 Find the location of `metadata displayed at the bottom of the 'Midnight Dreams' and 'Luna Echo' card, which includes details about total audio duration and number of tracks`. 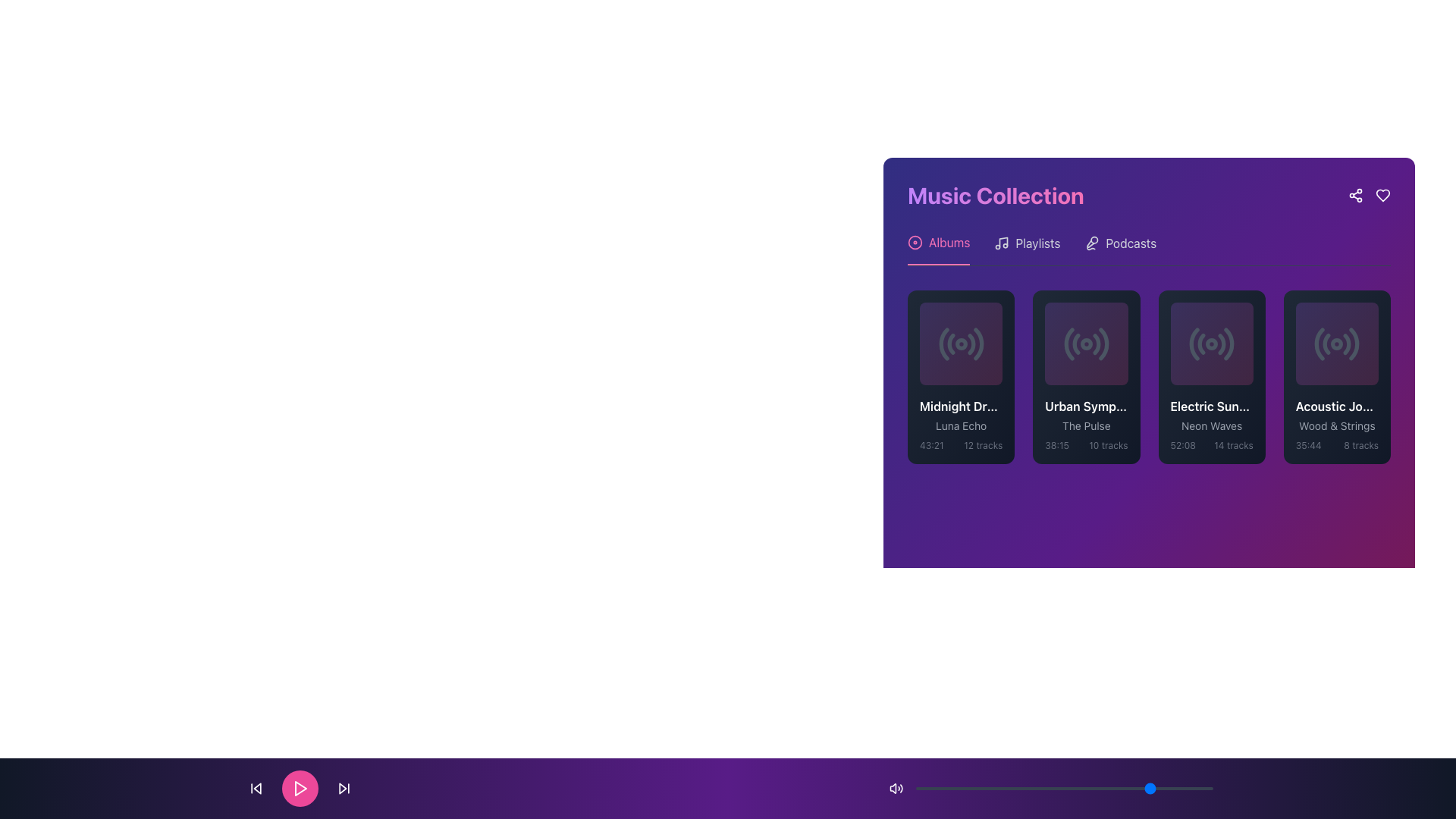

metadata displayed at the bottom of the 'Midnight Dreams' and 'Luna Echo' card, which includes details about total audio duration and number of tracks is located at coordinates (960, 445).